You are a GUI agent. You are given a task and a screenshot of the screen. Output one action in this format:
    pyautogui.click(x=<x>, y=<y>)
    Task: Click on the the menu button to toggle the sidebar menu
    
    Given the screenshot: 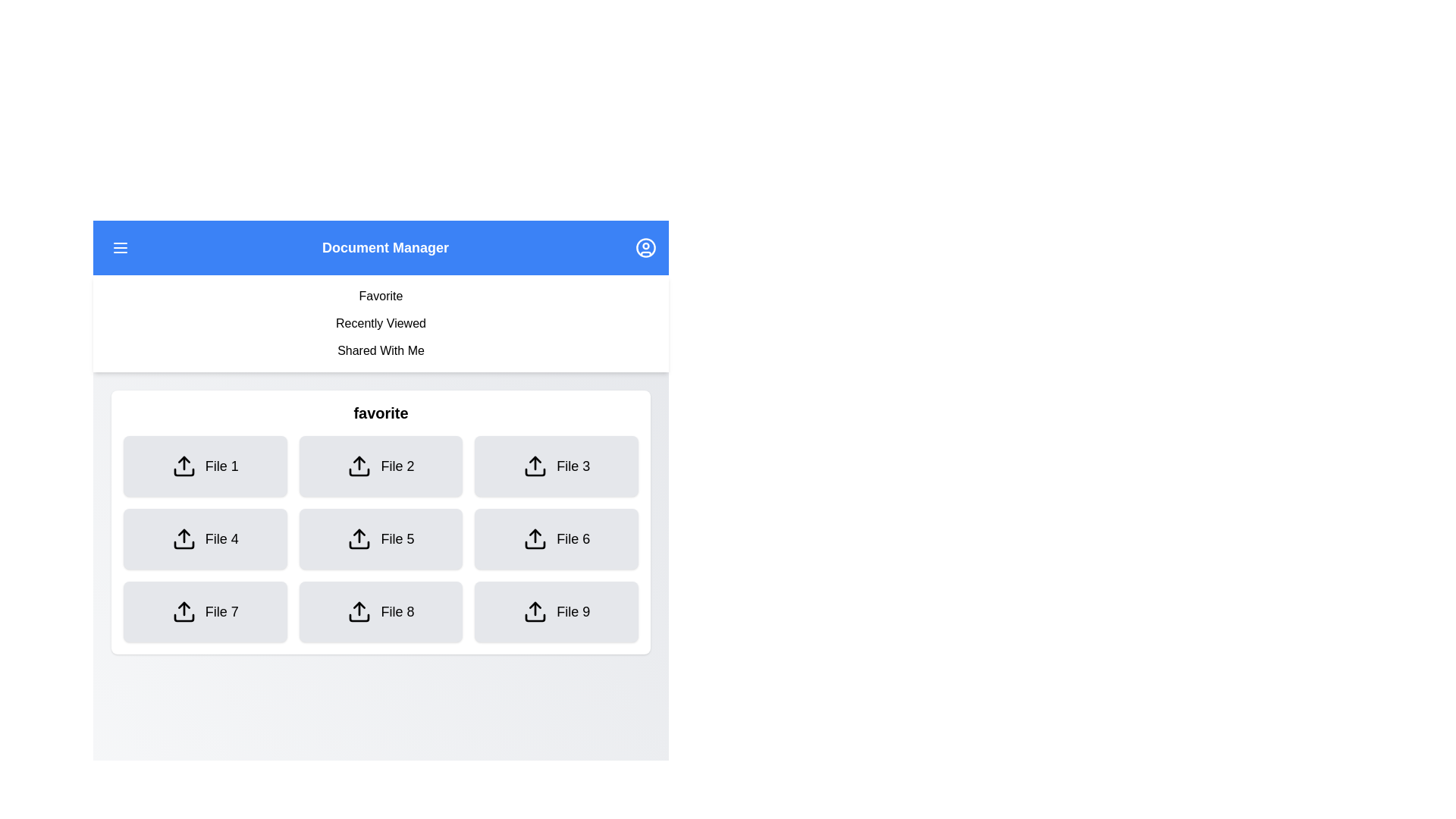 What is the action you would take?
    pyautogui.click(x=119, y=247)
    